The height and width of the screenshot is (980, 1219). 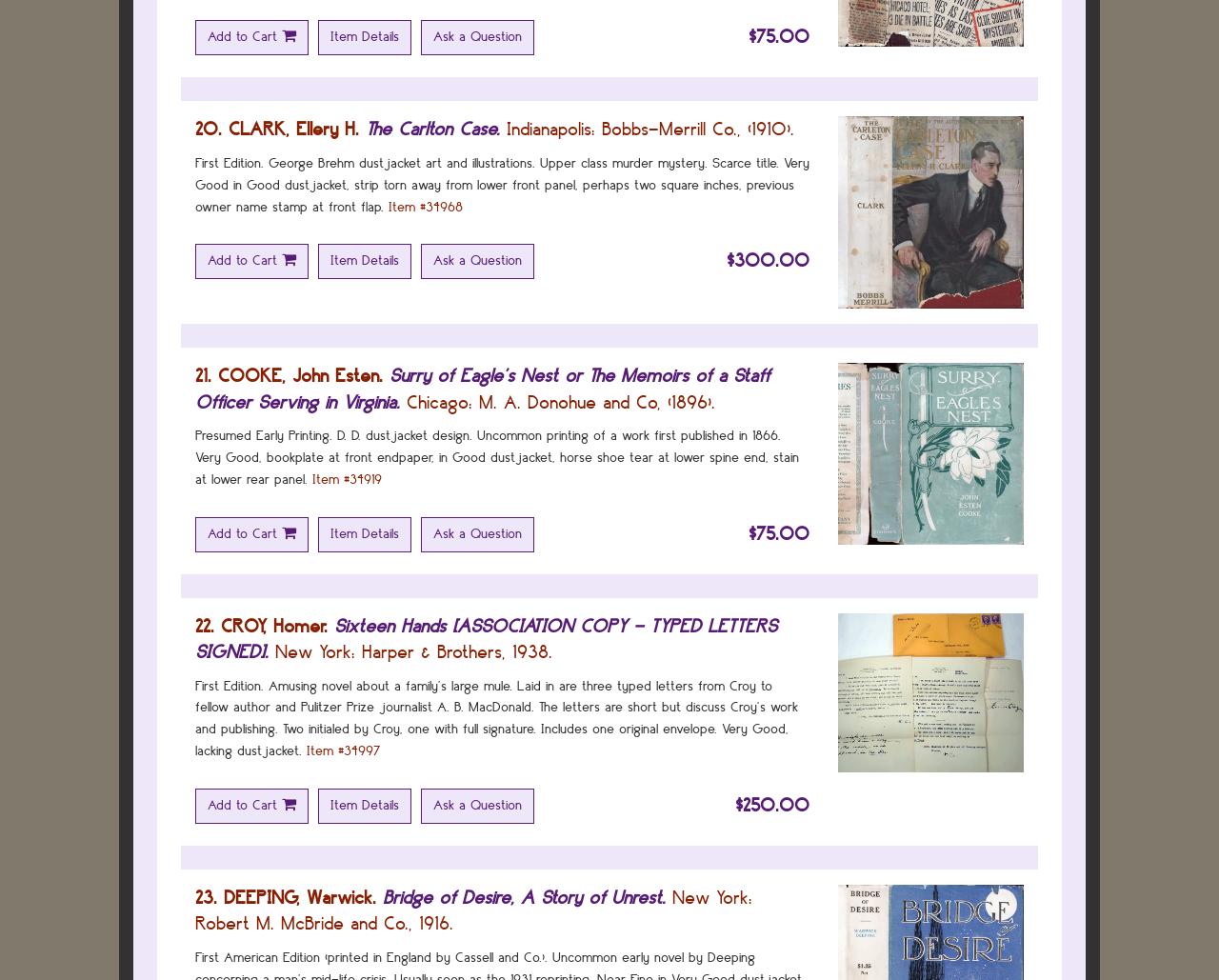 What do you see at coordinates (292, 128) in the screenshot?
I see `'CLARK, Ellery H.'` at bounding box center [292, 128].